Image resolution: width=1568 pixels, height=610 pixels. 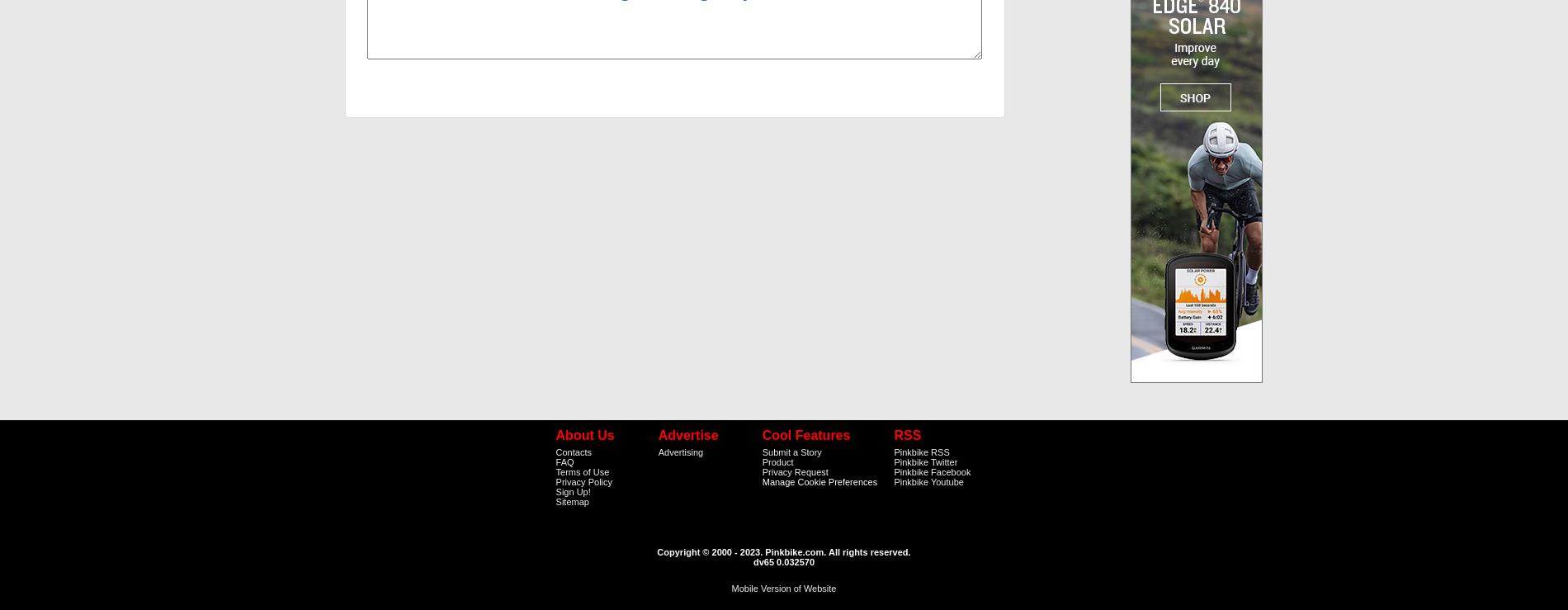 I want to click on 'Privacy Request', so click(x=794, y=471).